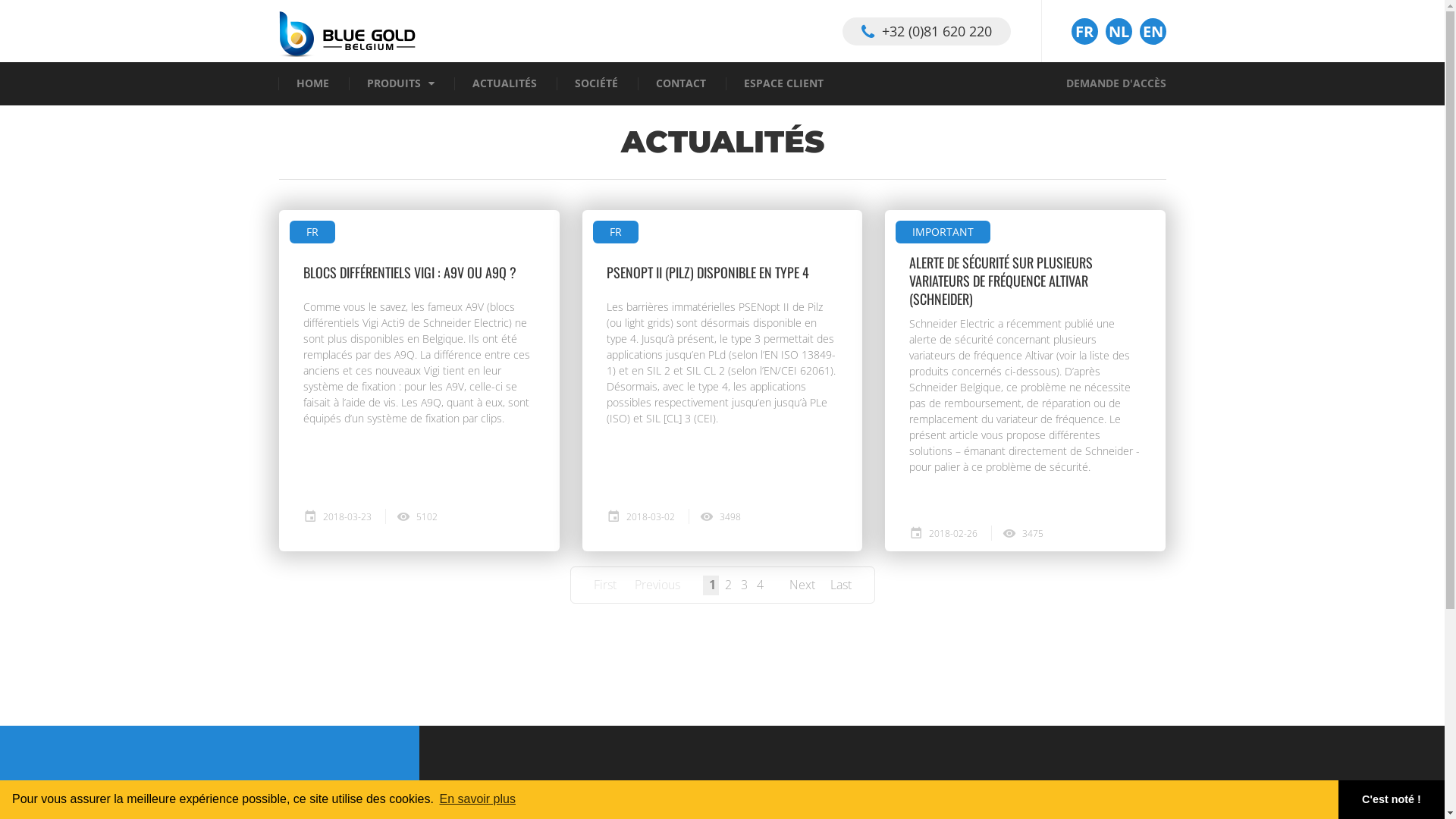 Image resolution: width=1456 pixels, height=819 pixels. Describe the element at coordinates (711, 584) in the screenshot. I see `'1'` at that location.